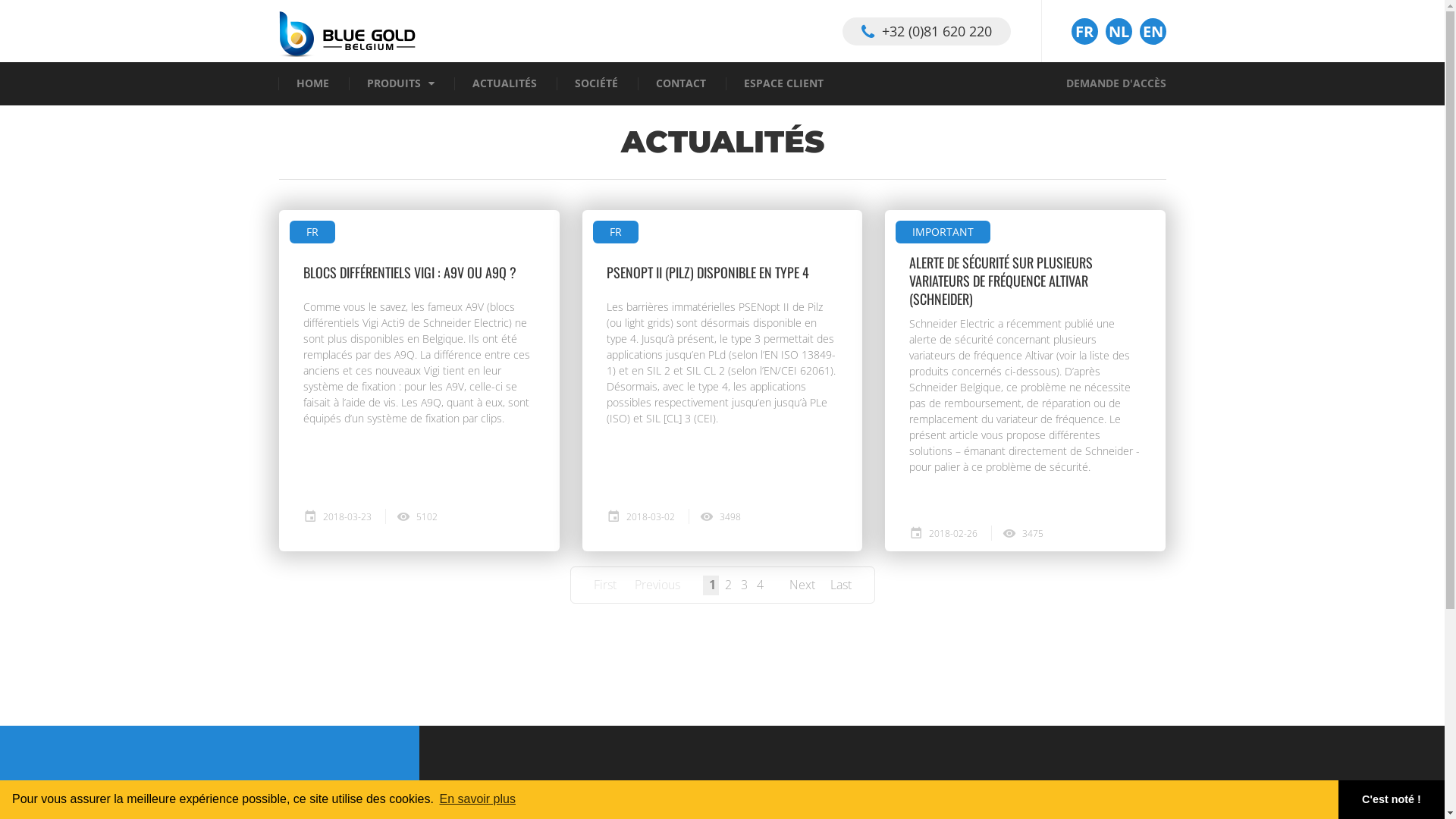 Image resolution: width=1456 pixels, height=819 pixels. Describe the element at coordinates (711, 584) in the screenshot. I see `'1'` at that location.